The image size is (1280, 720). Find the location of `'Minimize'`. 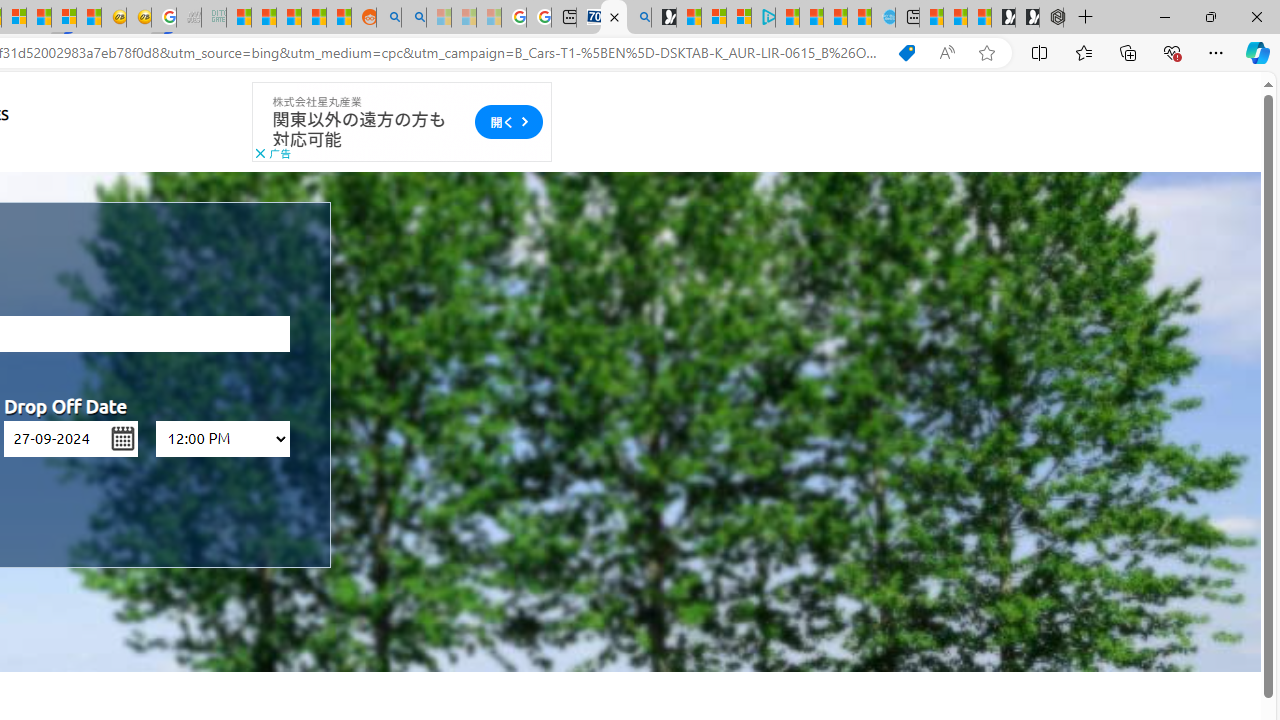

'Minimize' is located at coordinates (1164, 16).